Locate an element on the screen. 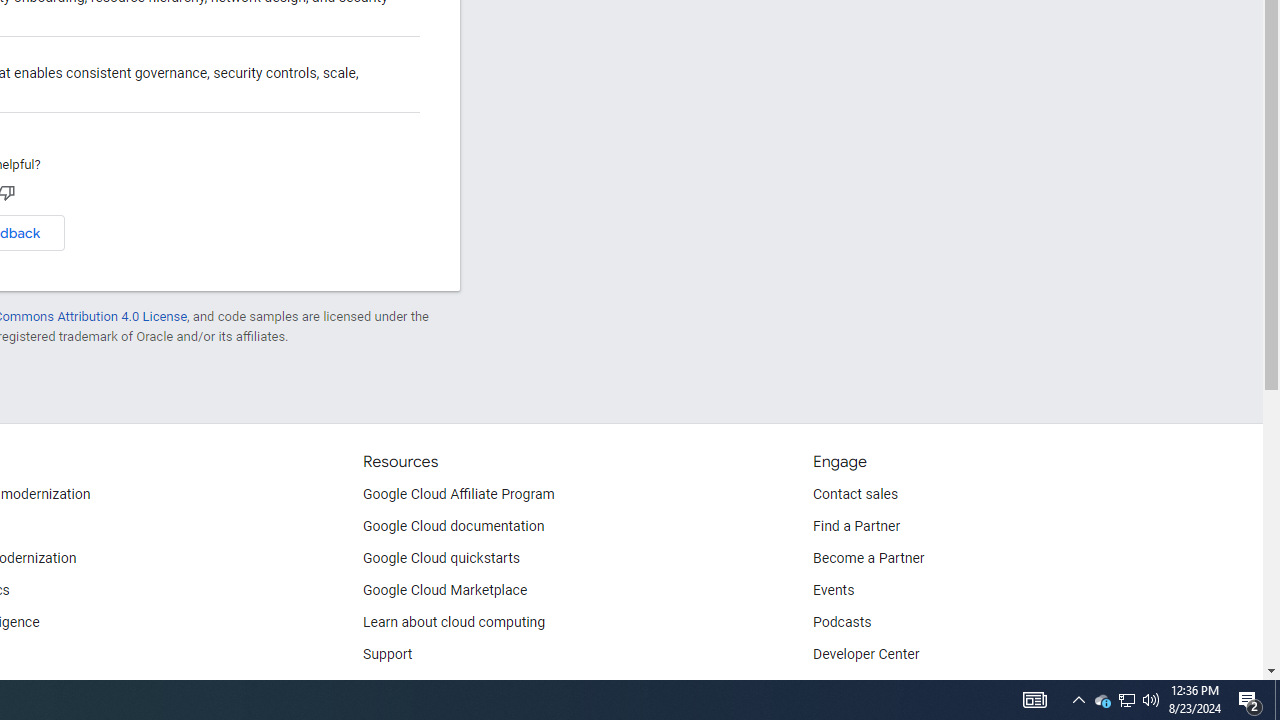 This screenshot has height=720, width=1280. 'Become a Partner' is located at coordinates (869, 559).